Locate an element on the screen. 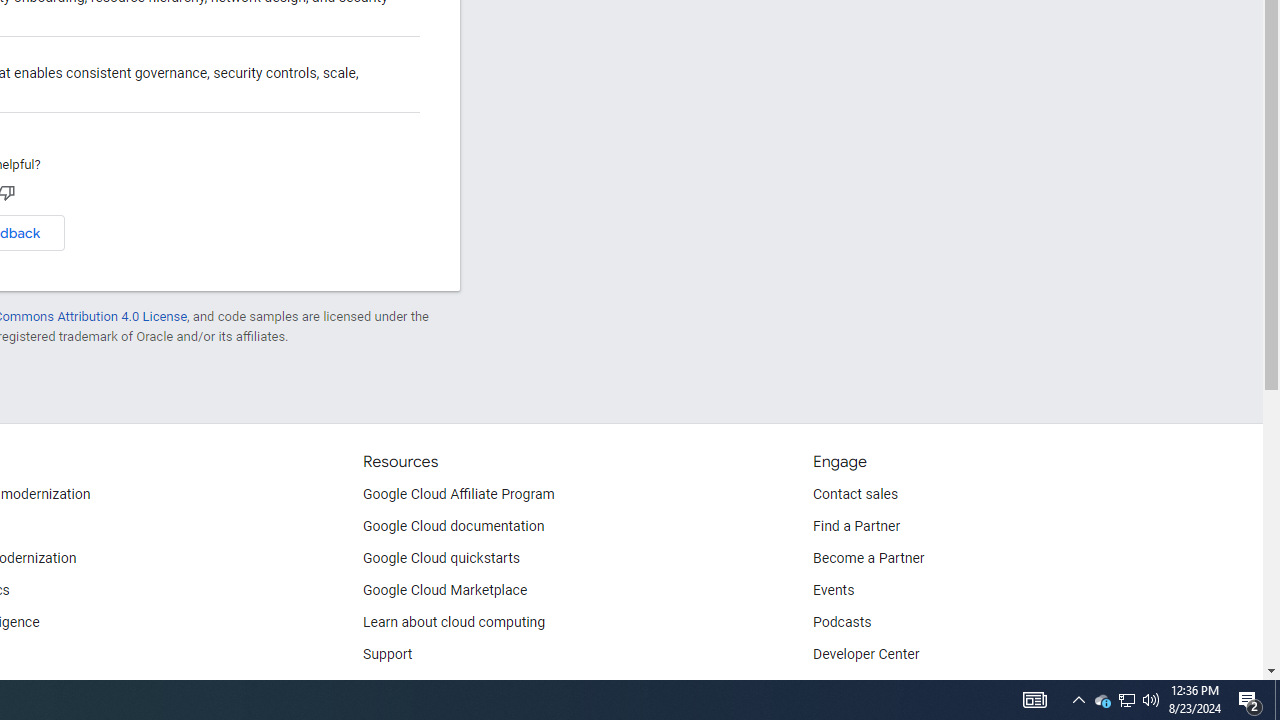 This screenshot has height=720, width=1280. 'Become a Partner' is located at coordinates (869, 559).